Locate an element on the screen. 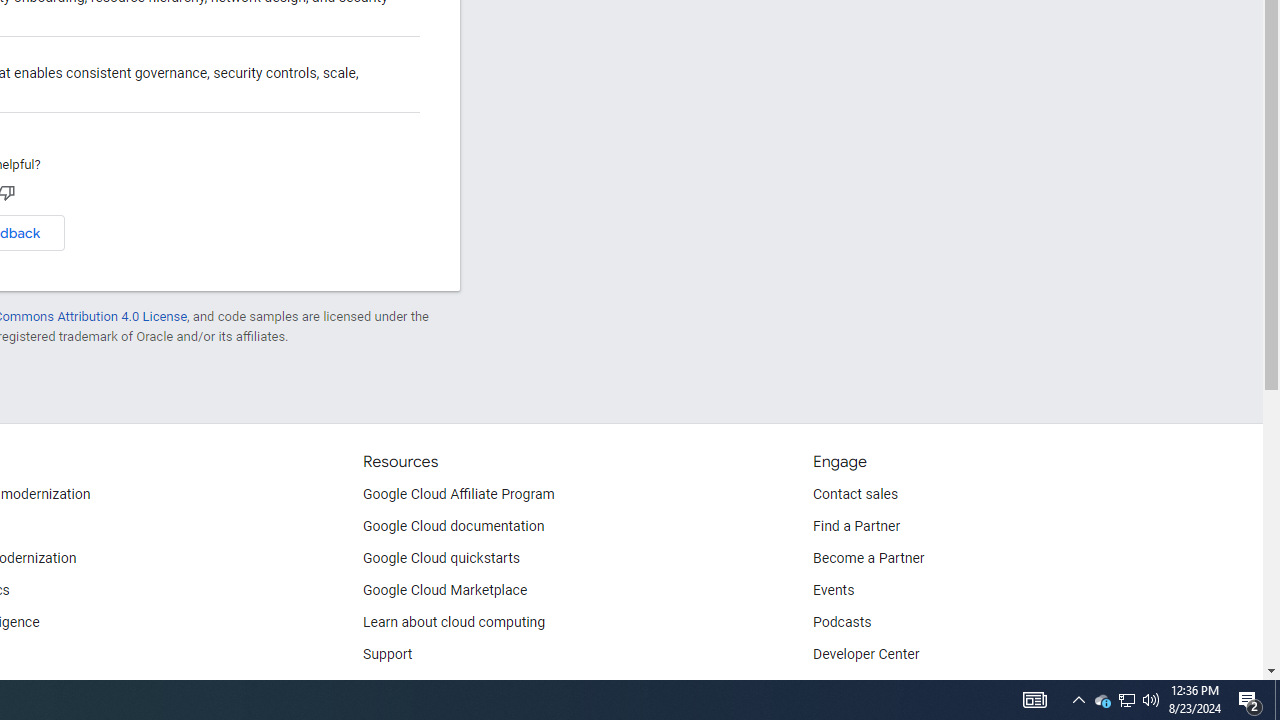 This screenshot has height=720, width=1280. 'Become a Partner' is located at coordinates (869, 559).